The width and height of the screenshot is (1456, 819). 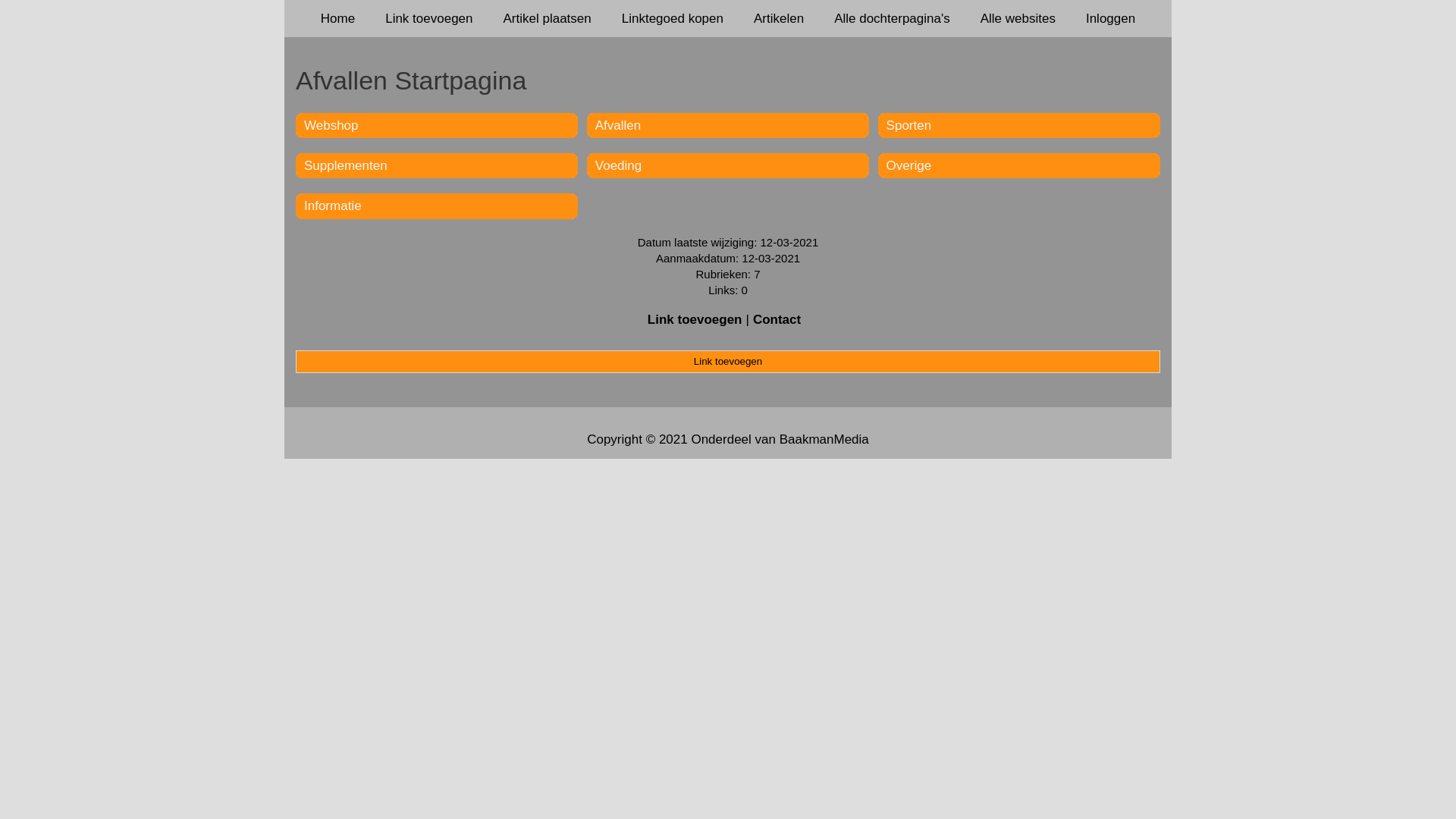 I want to click on 'Inloggen', so click(x=1110, y=18).